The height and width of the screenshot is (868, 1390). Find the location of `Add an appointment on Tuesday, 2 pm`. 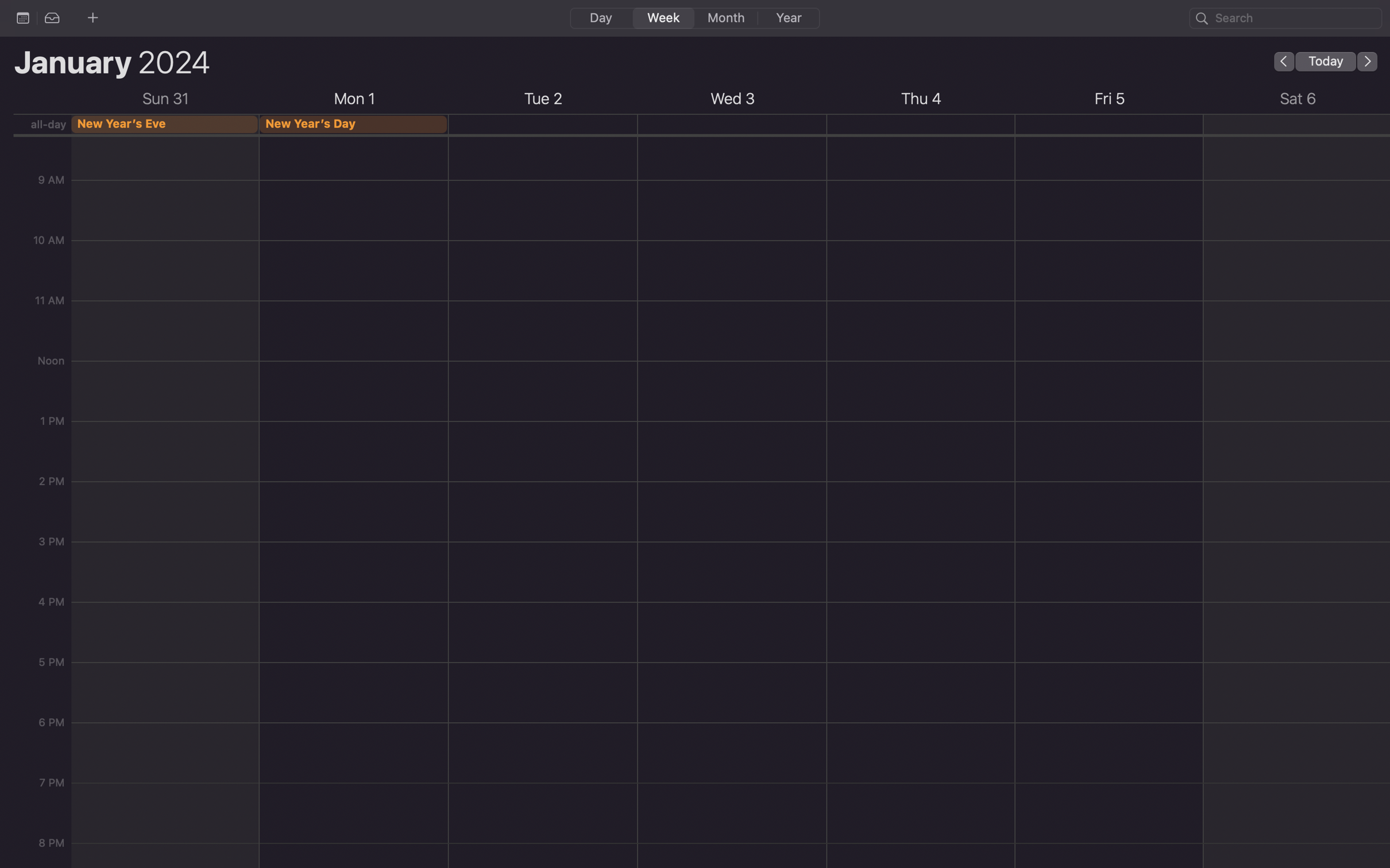

Add an appointment on Tuesday, 2 pm is located at coordinates (542, 560).